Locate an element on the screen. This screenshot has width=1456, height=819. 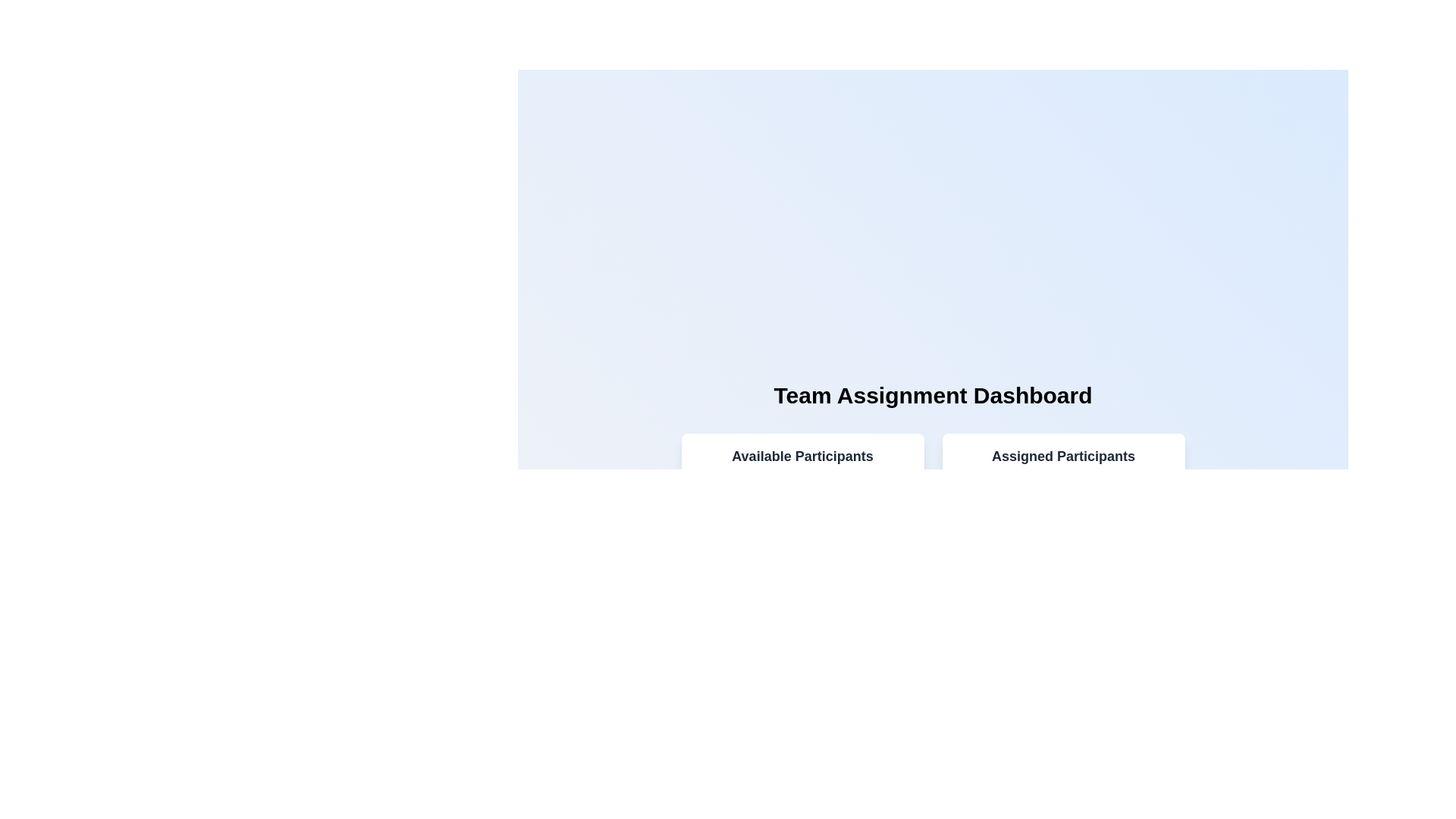
the bold heading text 'Team Assignment Dashboard' which is centered at the top of the interface and styled with a large font size is located at coordinates (932, 394).